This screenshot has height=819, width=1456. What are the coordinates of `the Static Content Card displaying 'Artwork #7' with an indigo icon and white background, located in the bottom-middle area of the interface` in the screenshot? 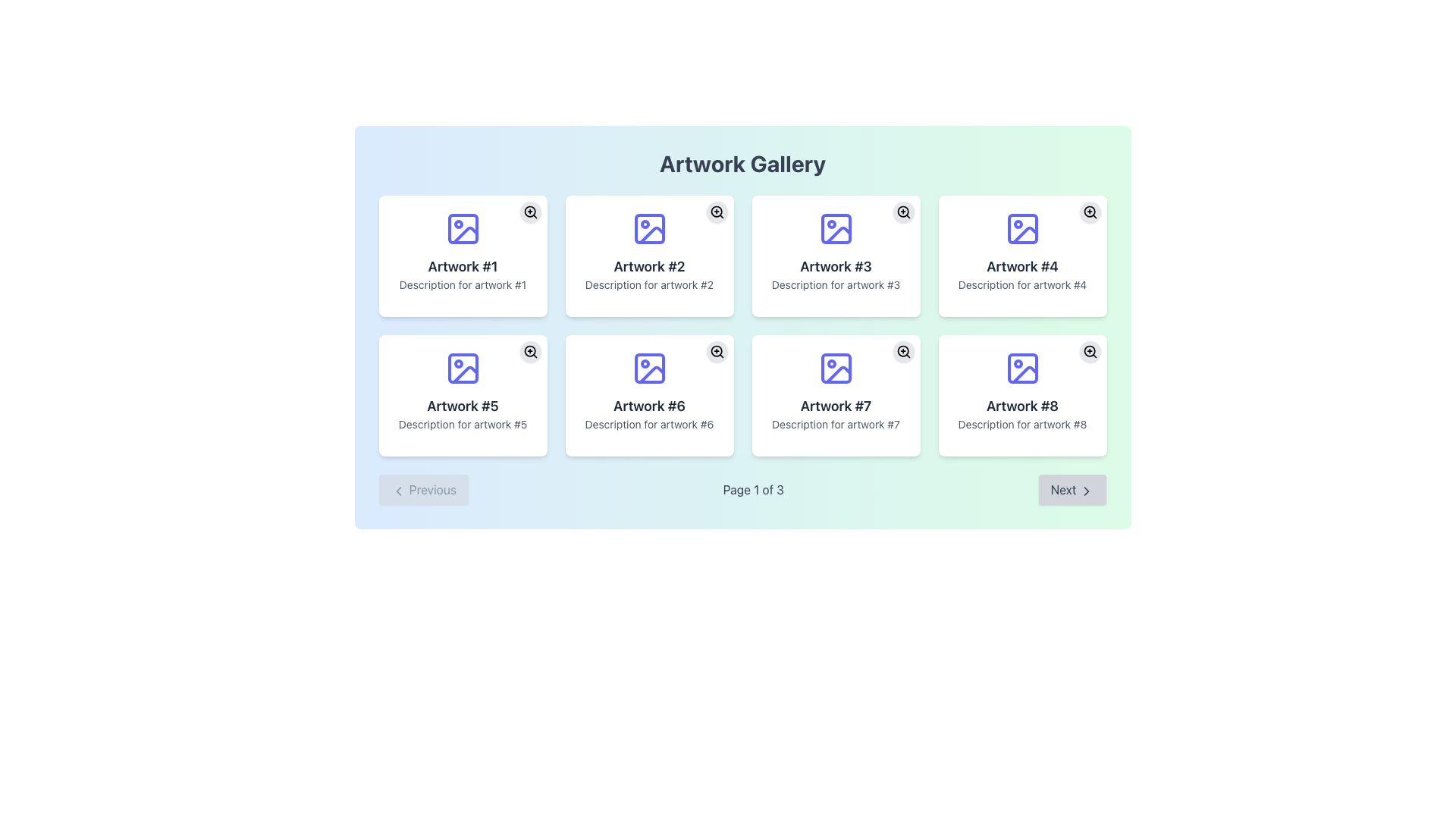 It's located at (835, 394).